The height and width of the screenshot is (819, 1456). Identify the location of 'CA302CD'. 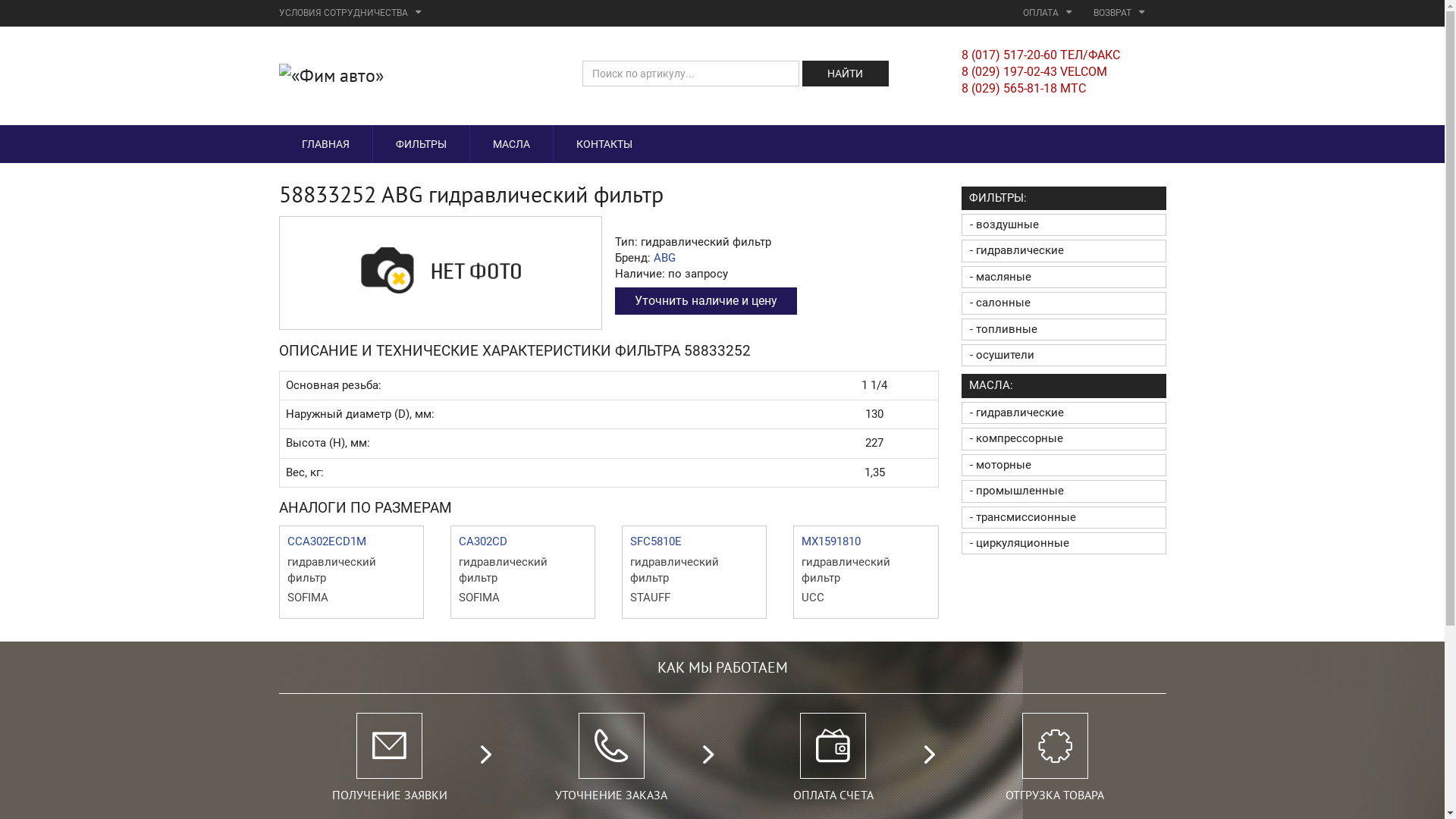
(482, 540).